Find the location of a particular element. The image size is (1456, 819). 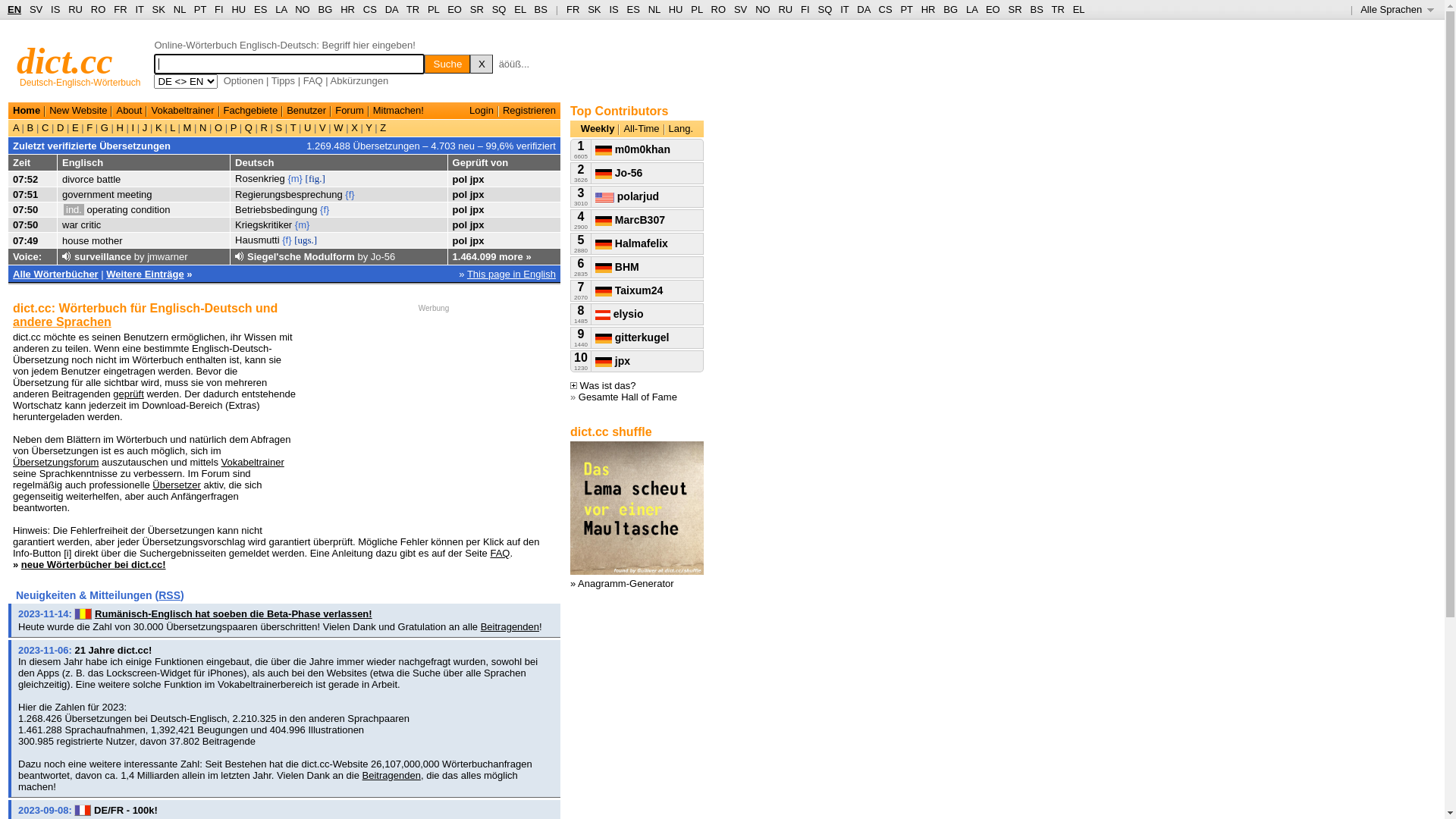

'HR' is located at coordinates (927, 9).